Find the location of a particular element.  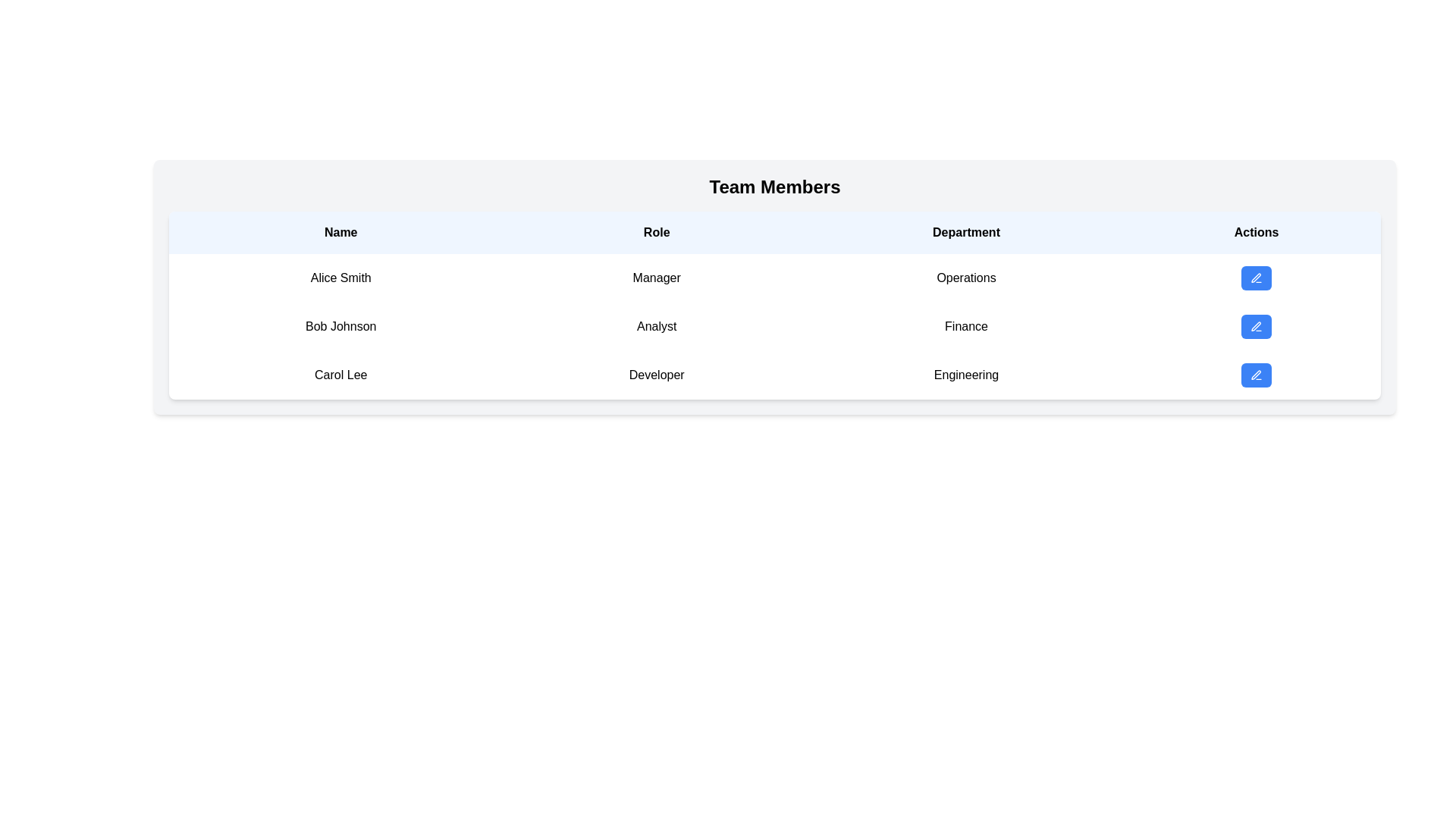

the Text display element that represents the name of a team member located is located at coordinates (340, 278).